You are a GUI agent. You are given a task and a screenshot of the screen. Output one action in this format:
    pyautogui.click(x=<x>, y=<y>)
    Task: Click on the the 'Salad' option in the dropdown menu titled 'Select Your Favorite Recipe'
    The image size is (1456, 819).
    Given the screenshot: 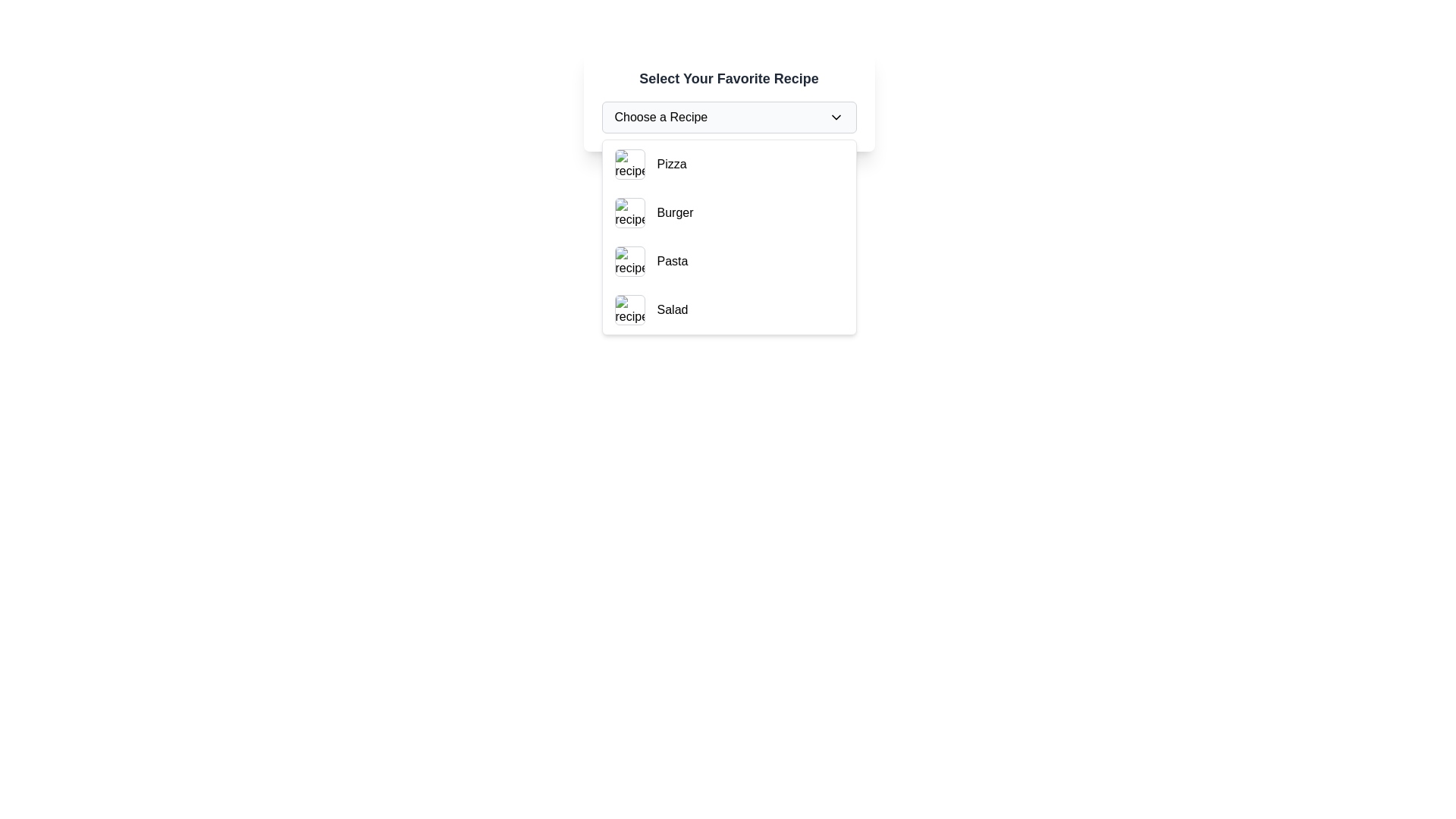 What is the action you would take?
    pyautogui.click(x=729, y=309)
    